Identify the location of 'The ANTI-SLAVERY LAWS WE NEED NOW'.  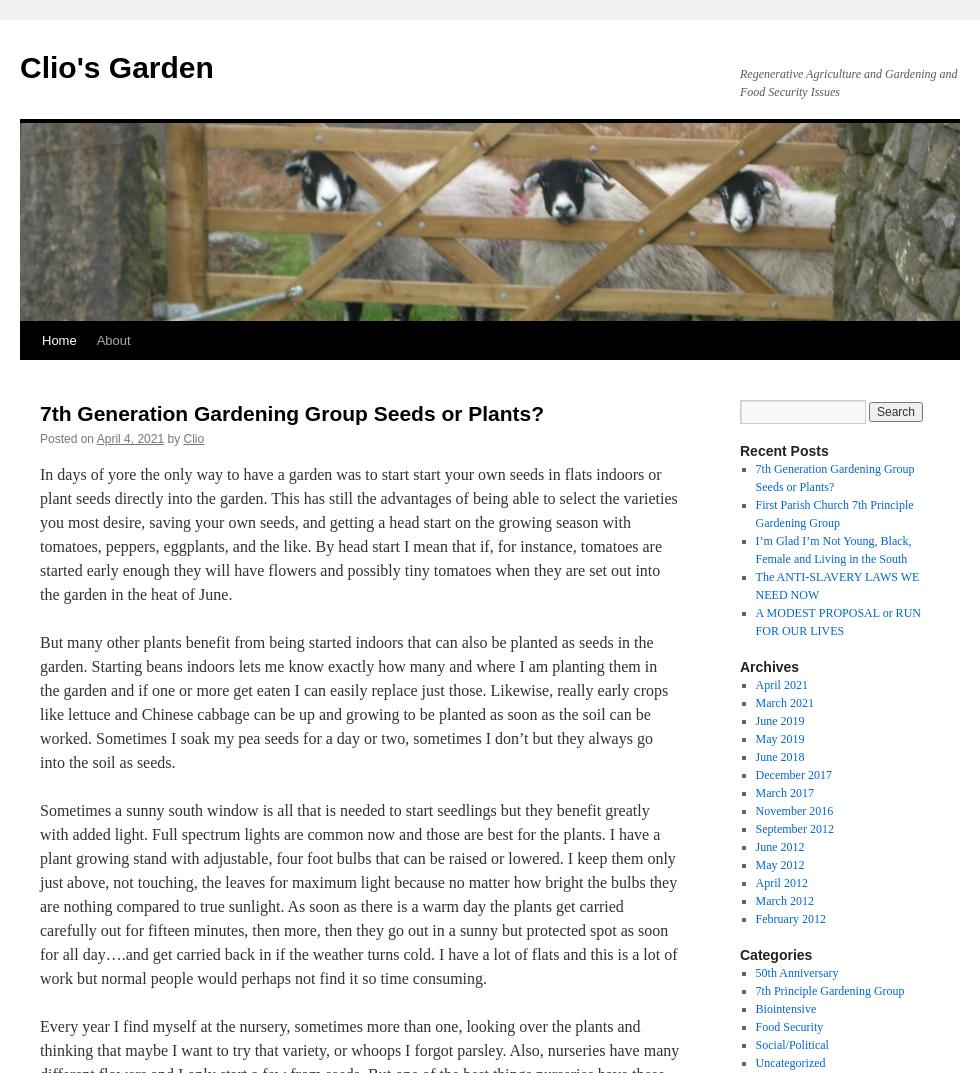
(837, 585).